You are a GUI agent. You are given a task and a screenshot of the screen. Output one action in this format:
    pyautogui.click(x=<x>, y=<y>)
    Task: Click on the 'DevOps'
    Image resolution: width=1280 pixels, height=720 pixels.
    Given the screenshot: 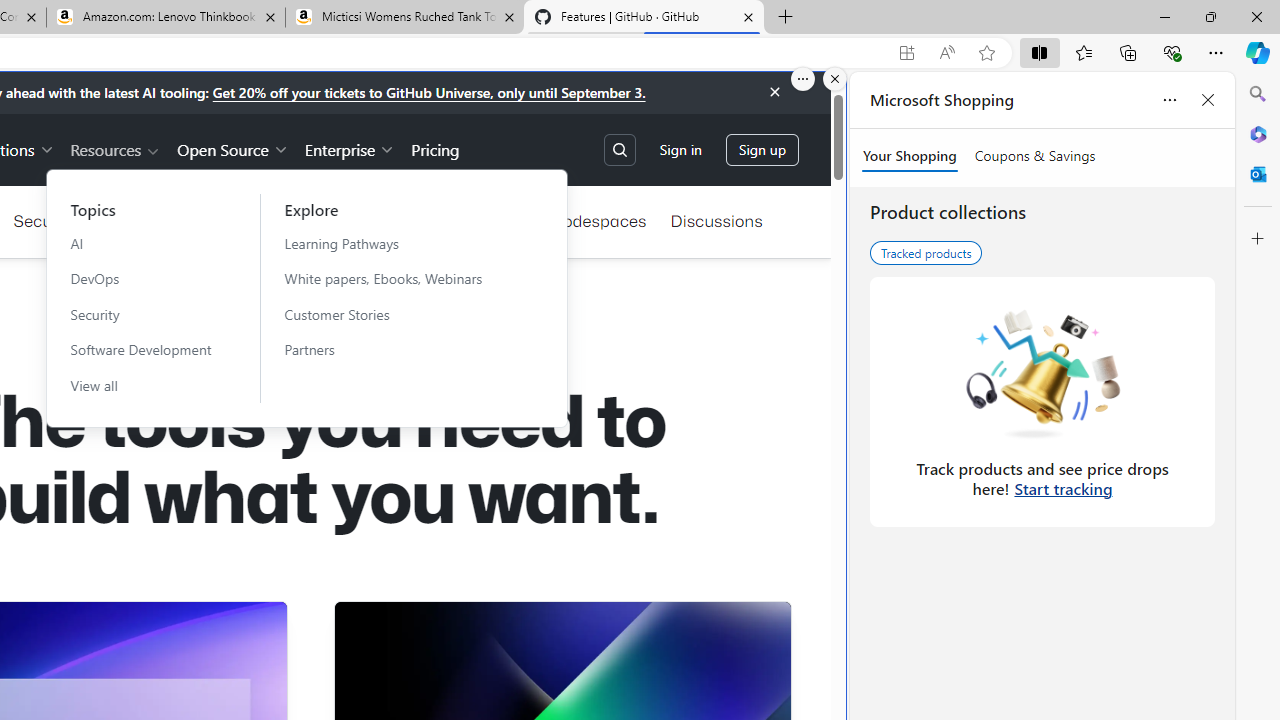 What is the action you would take?
    pyautogui.click(x=140, y=278)
    